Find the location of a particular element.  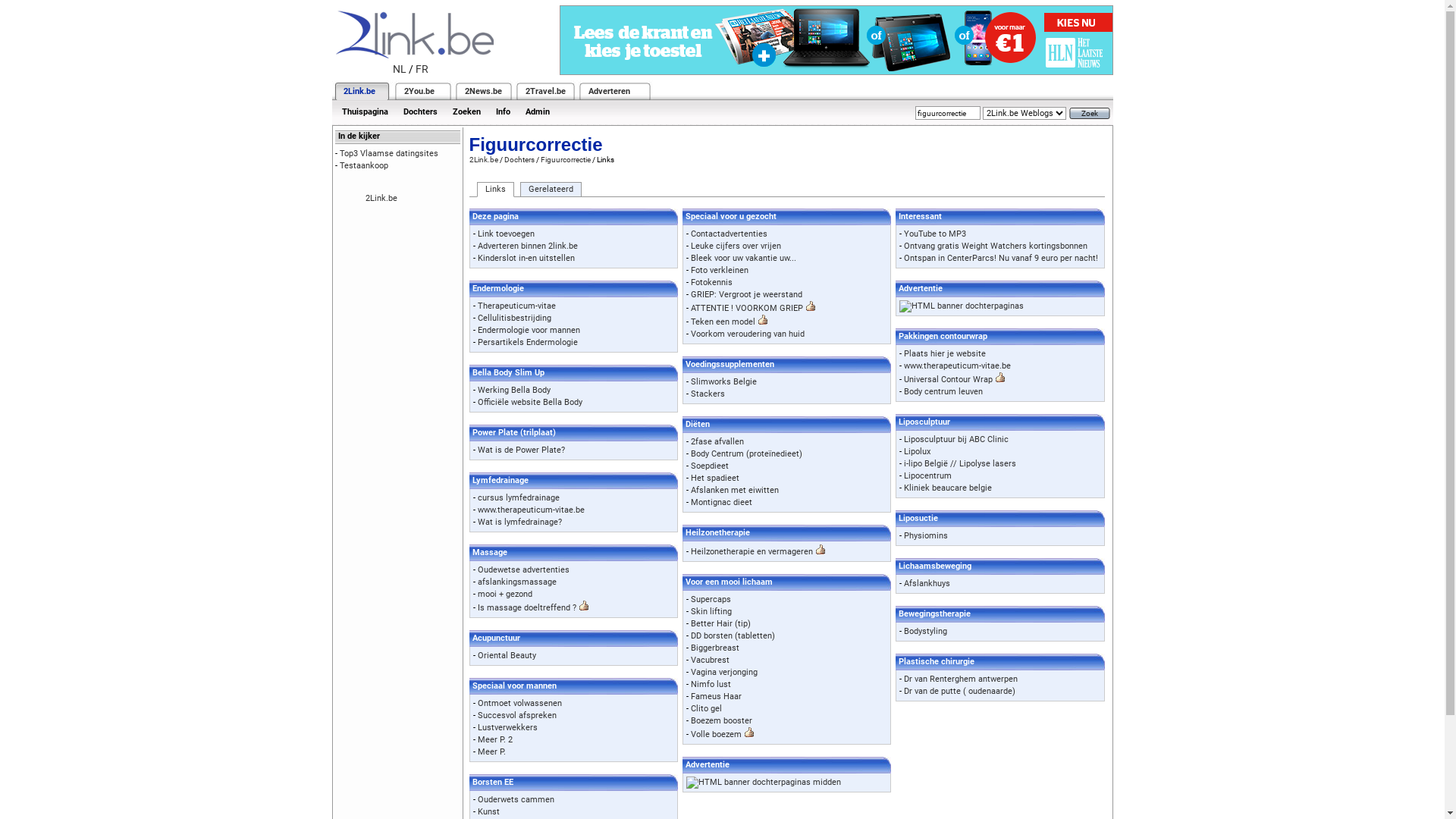

'NL' is located at coordinates (400, 69).